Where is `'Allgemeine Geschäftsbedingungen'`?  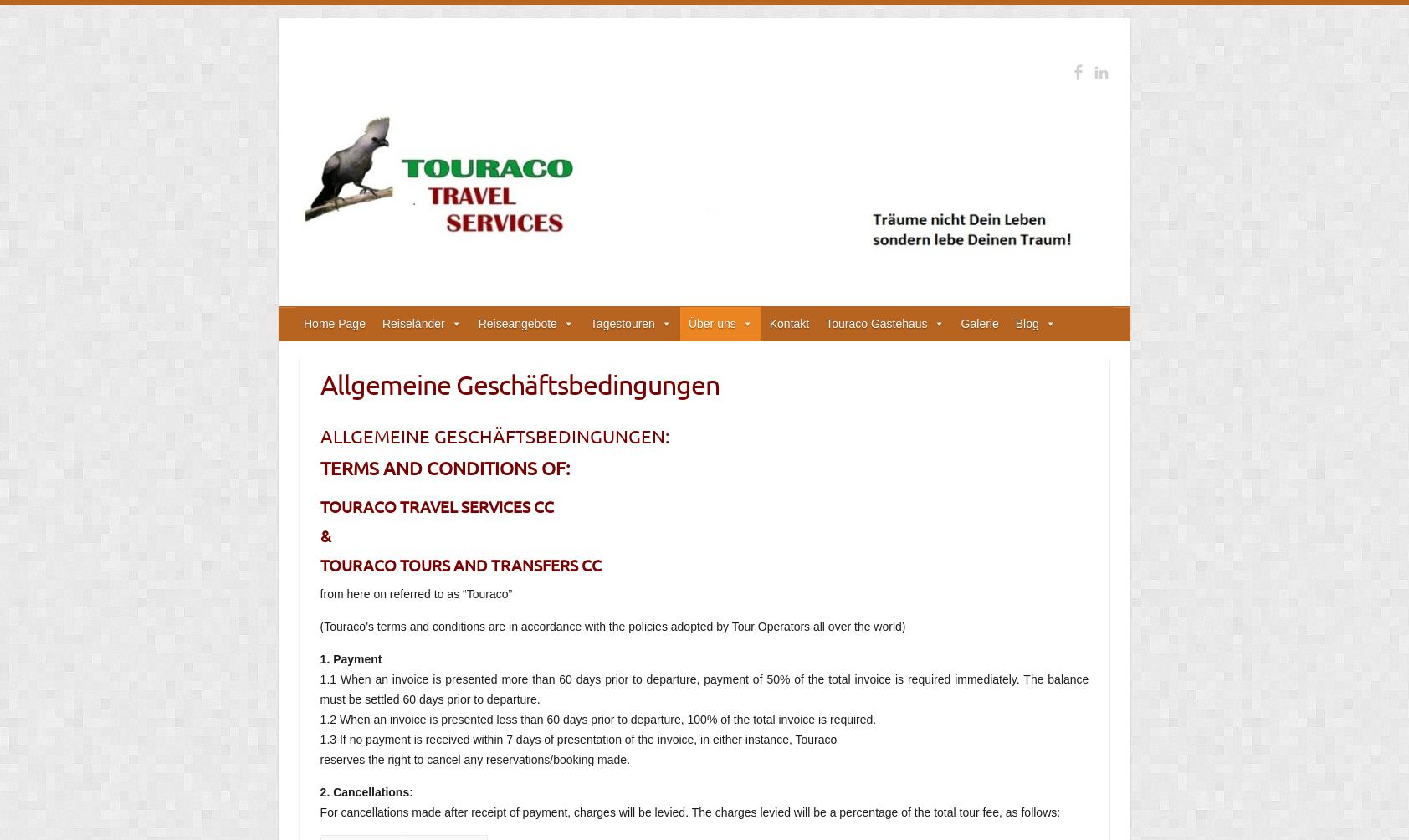 'Allgemeine Geschäftsbedingungen' is located at coordinates (518, 382).